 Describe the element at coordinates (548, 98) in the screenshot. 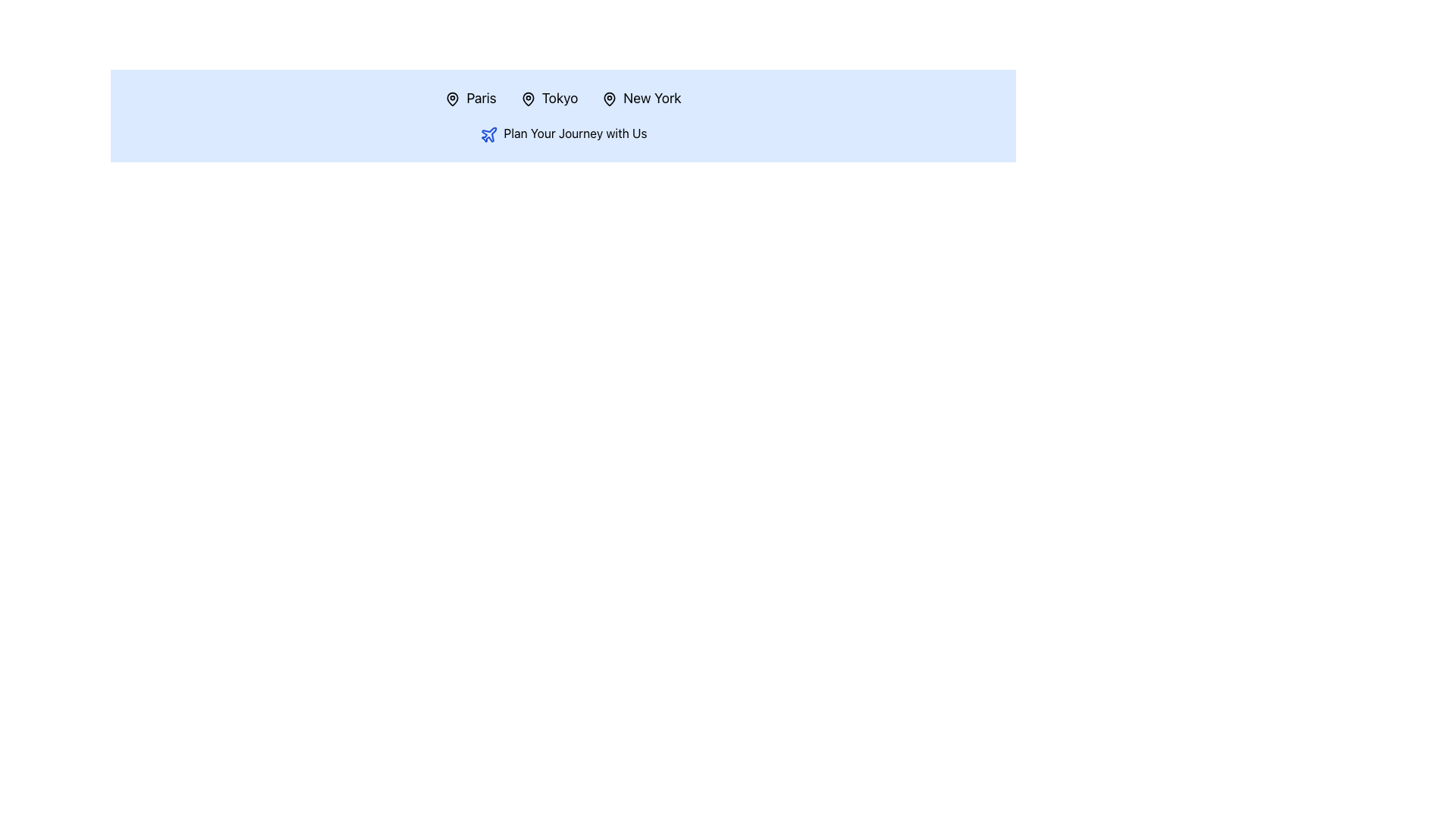

I see `the text label 'Tokyo', which is styled with an underlined hover effect, to trigger the underline effect` at that location.